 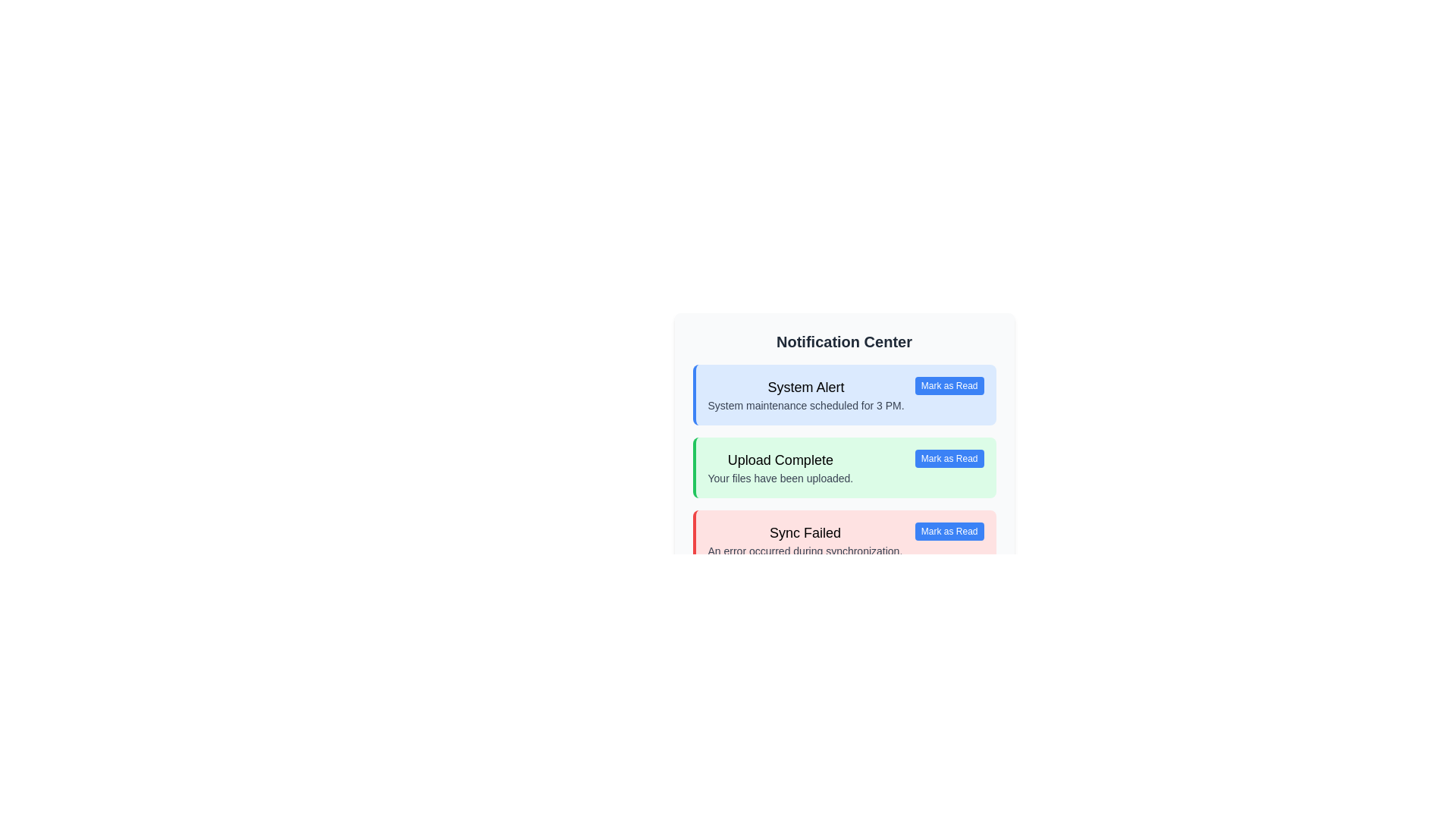 What do you see at coordinates (780, 459) in the screenshot?
I see `the text label displaying 'Upload Complete' within the notification box located in the Notification Center` at bounding box center [780, 459].